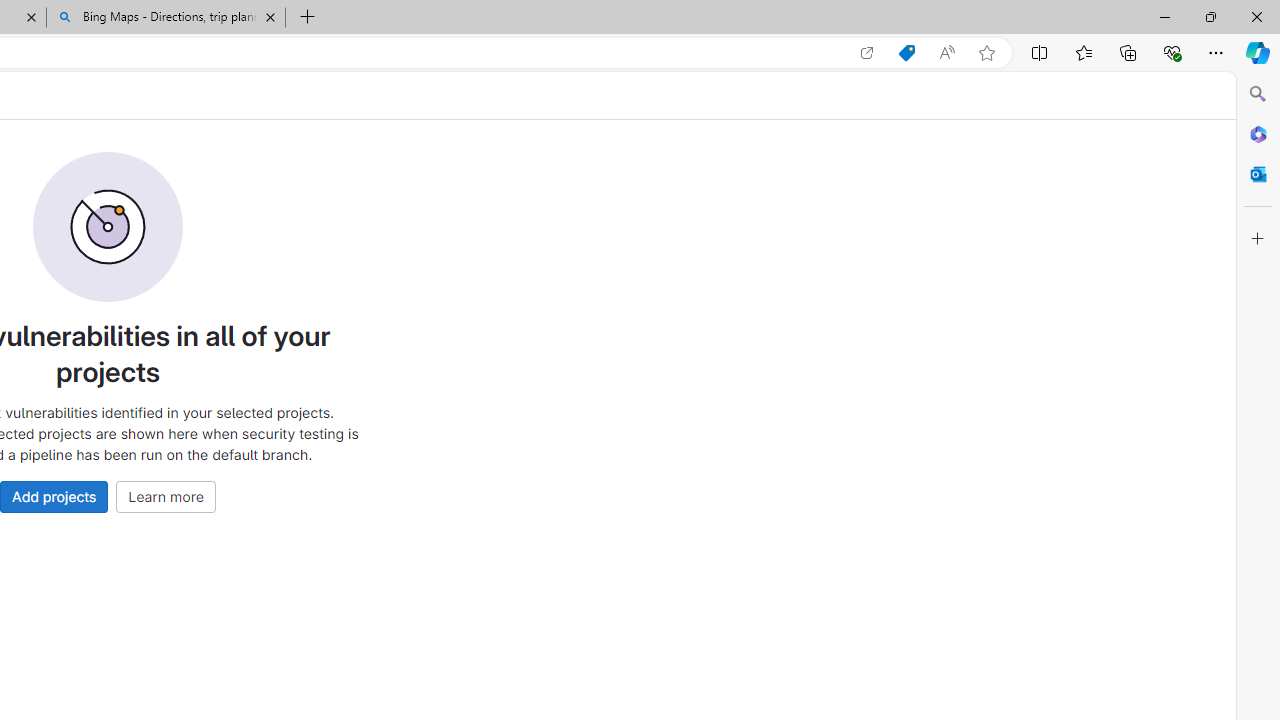 Image resolution: width=1280 pixels, height=720 pixels. What do you see at coordinates (1257, 51) in the screenshot?
I see `'Copilot (Ctrl+Shift+.)'` at bounding box center [1257, 51].